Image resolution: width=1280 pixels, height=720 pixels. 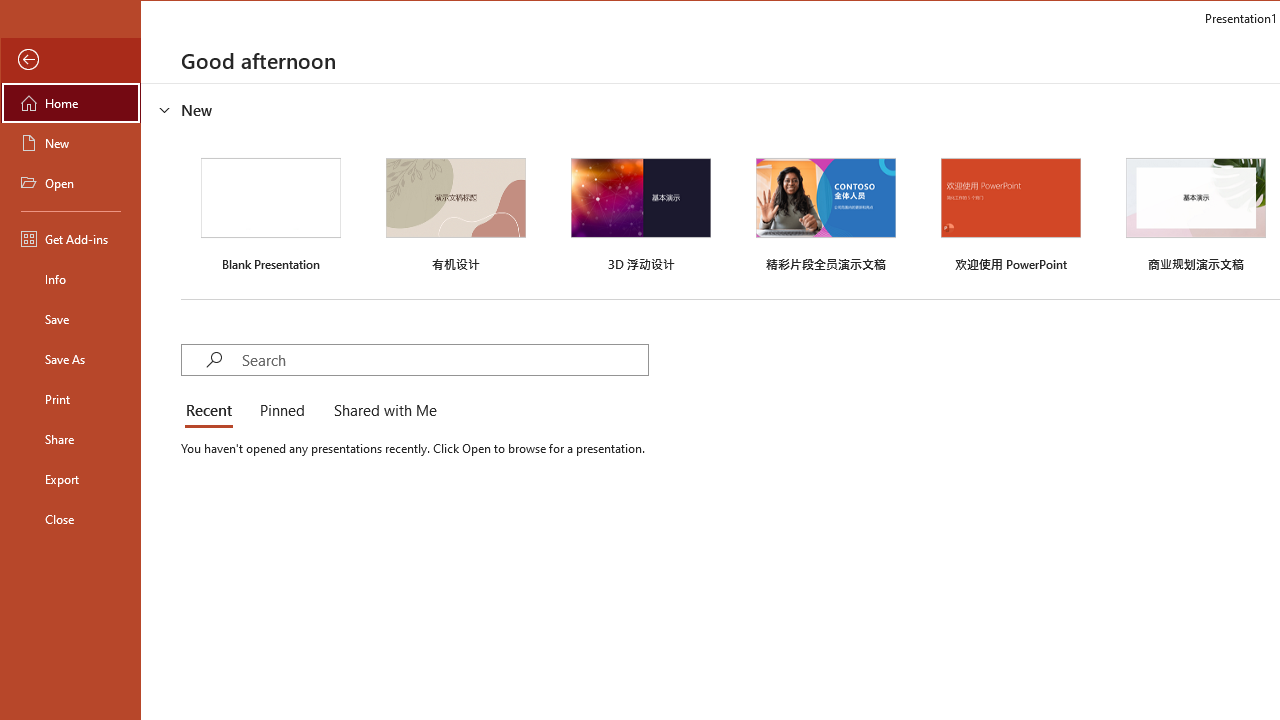 I want to click on 'Shared with Me', so click(x=381, y=410).